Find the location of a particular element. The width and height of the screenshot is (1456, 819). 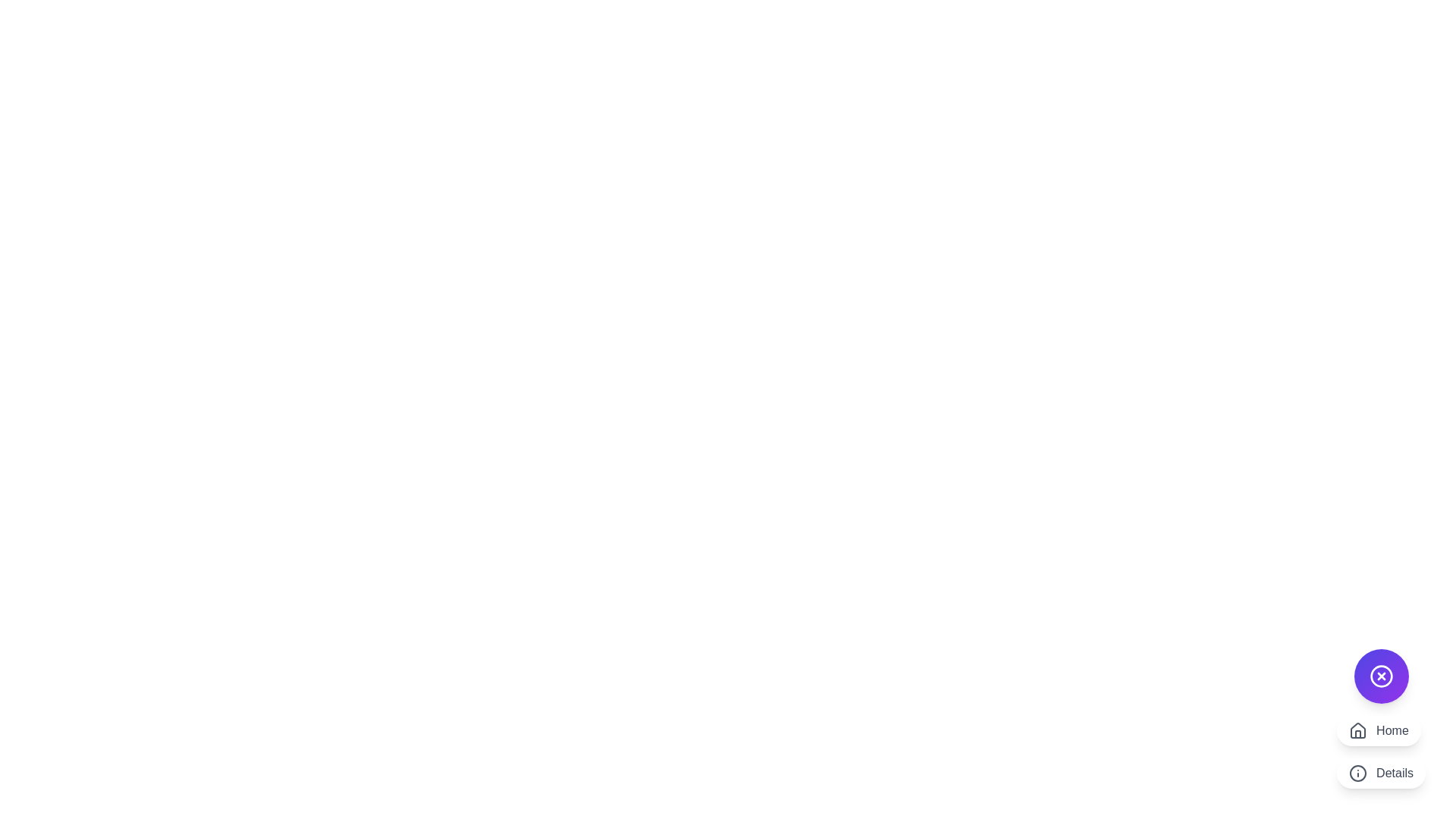

the button that navigates to the 'Home' section, located below the purple circular button with a close icon and above the 'Details' button, by outlining it is located at coordinates (1379, 730).